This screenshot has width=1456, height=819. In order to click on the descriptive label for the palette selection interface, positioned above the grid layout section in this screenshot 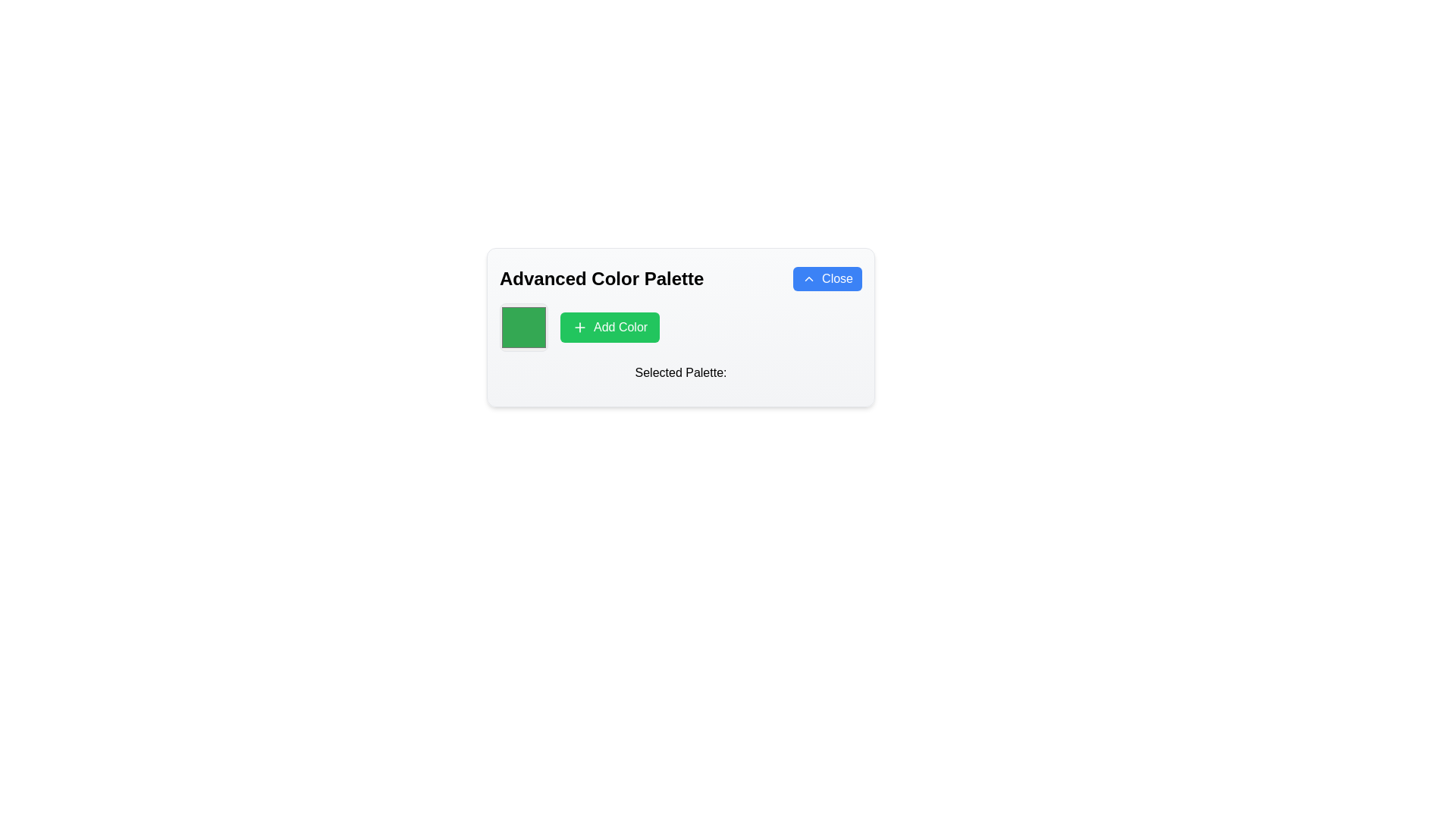, I will do `click(679, 373)`.